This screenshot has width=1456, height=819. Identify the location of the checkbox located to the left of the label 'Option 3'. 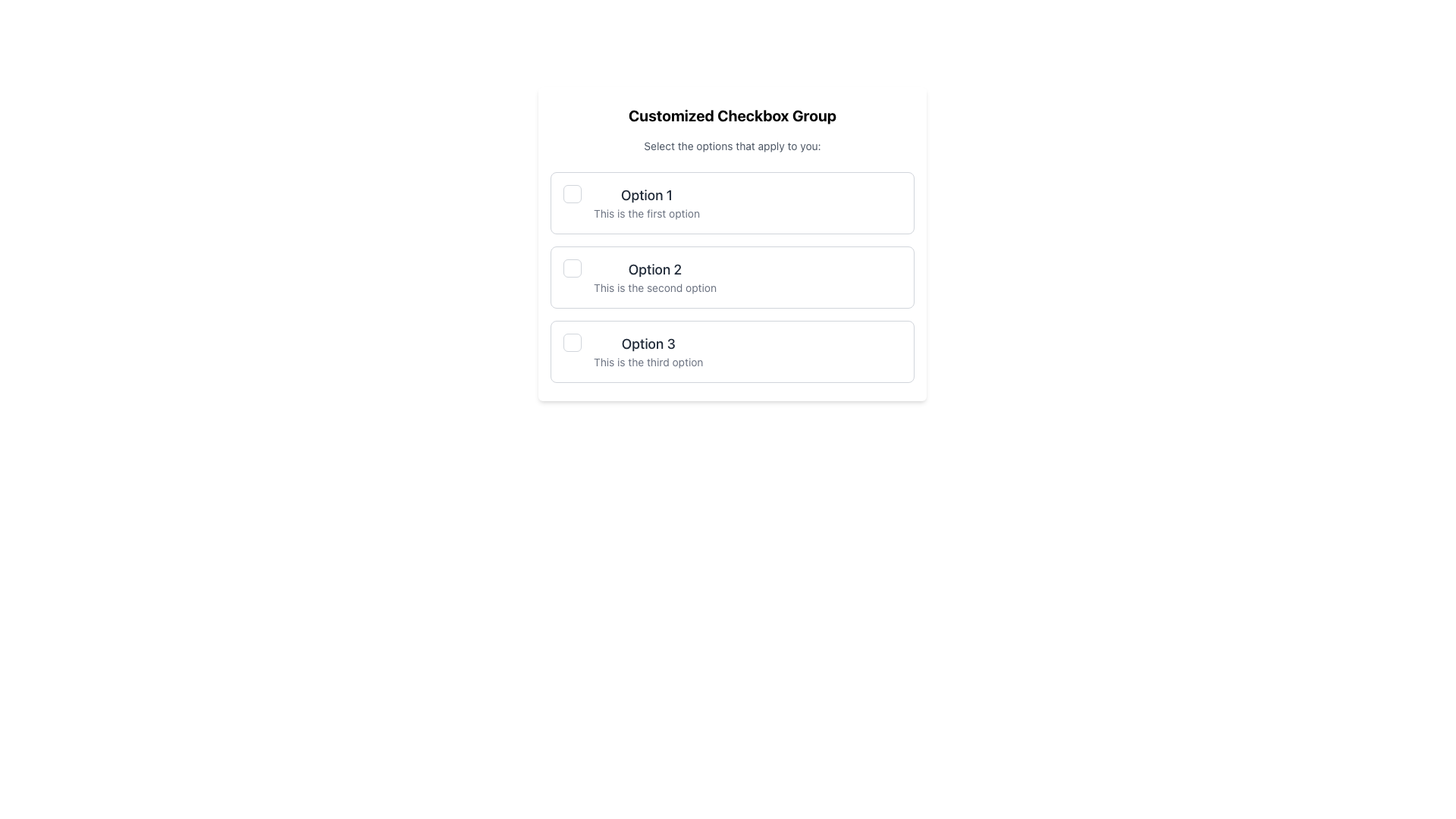
(571, 342).